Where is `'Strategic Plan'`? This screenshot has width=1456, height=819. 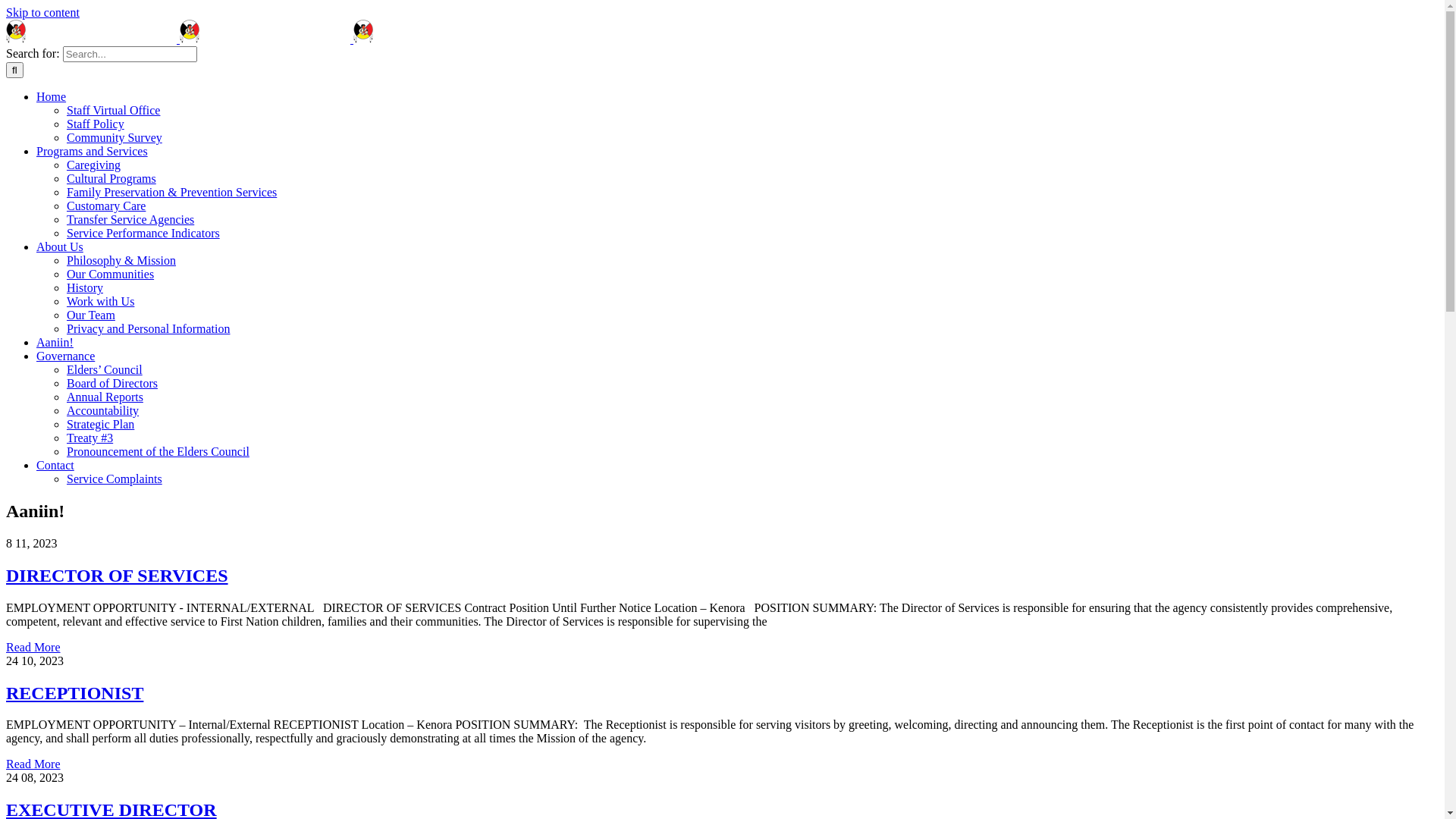 'Strategic Plan' is located at coordinates (99, 424).